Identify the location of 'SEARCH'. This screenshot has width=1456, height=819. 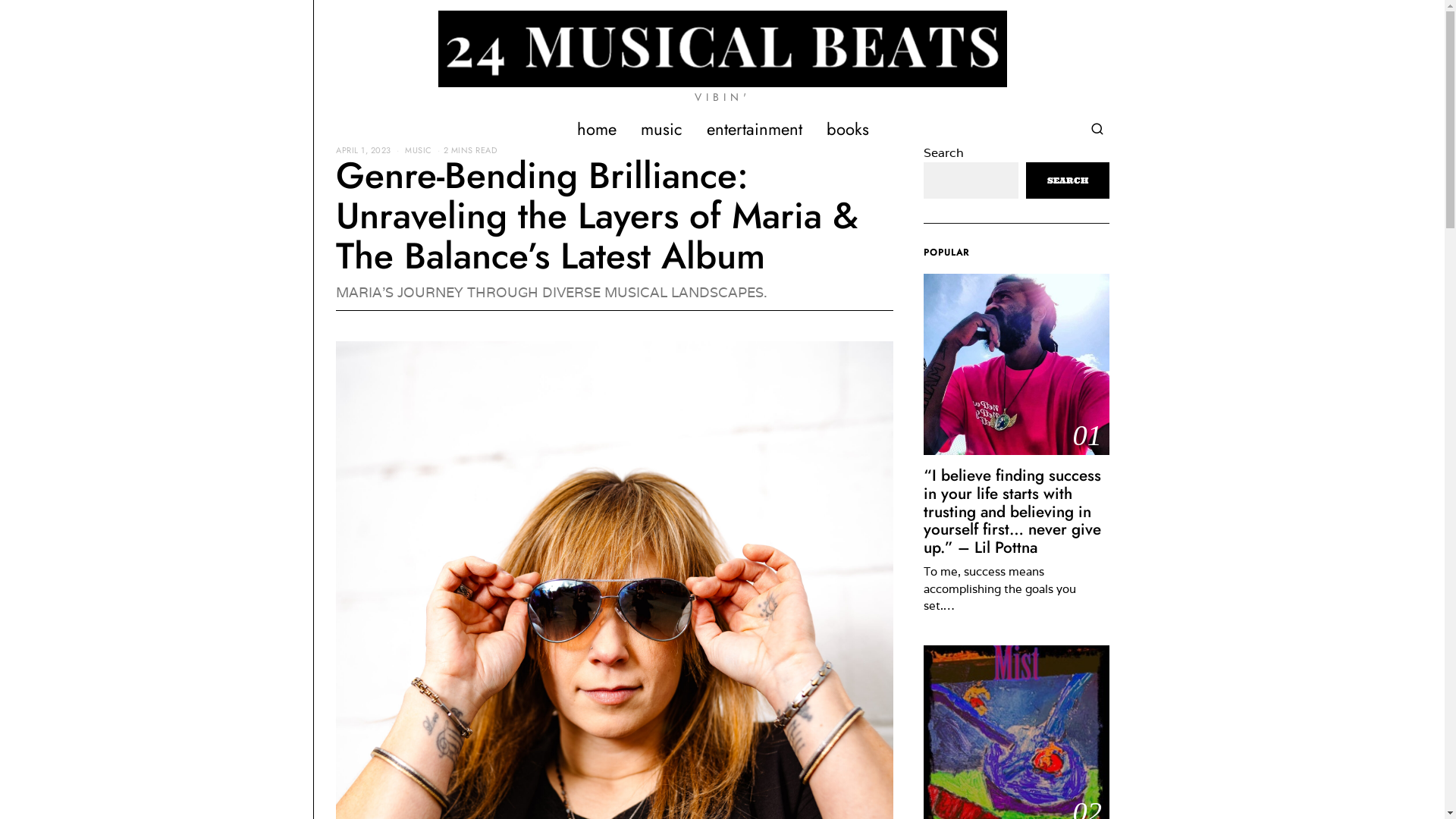
(1066, 180).